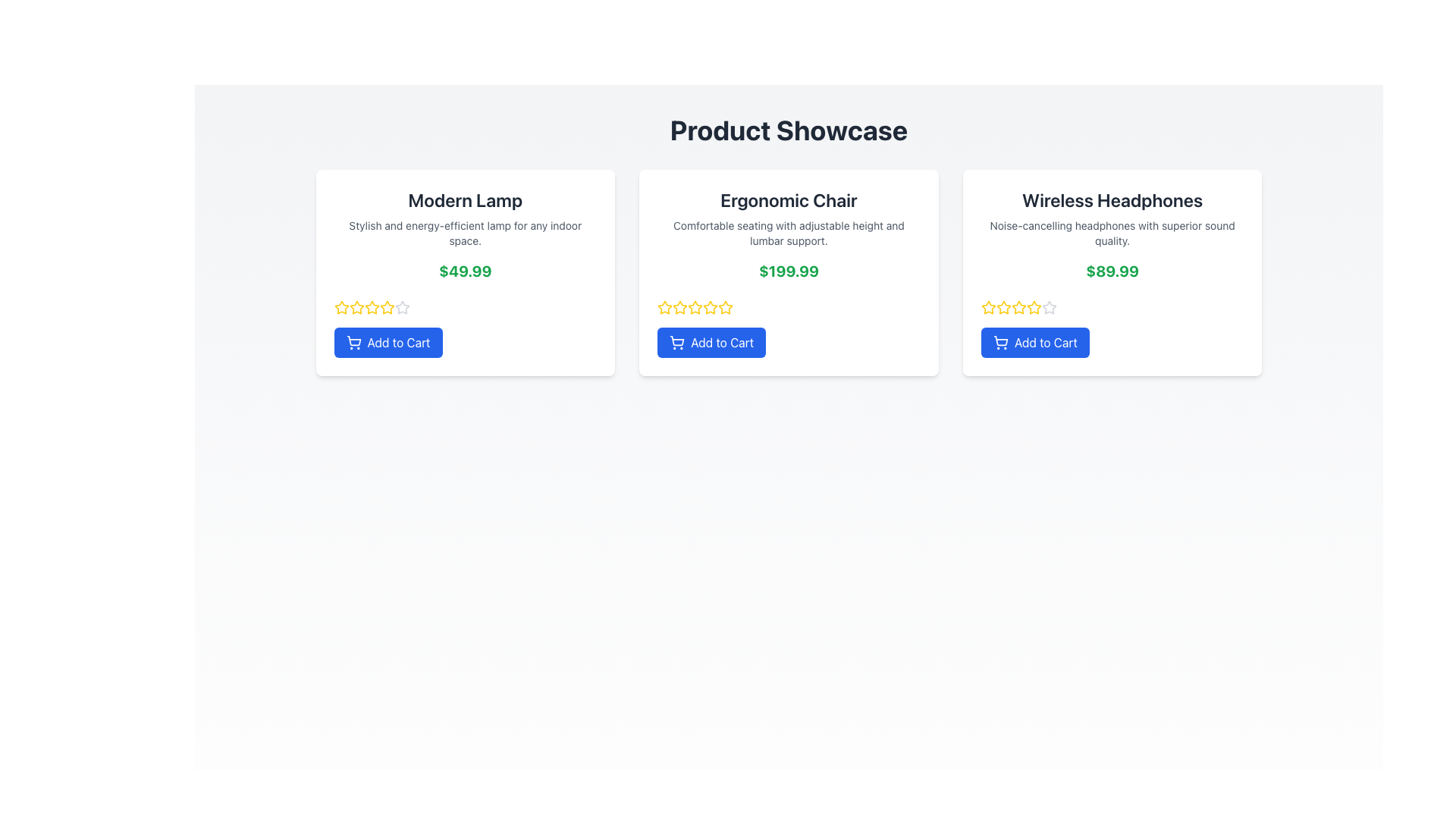  What do you see at coordinates (1112, 307) in the screenshot?
I see `the Rating display (stars) for the Wireless Headphones product, which is positioned below the price and above the Add to Cart button` at bounding box center [1112, 307].